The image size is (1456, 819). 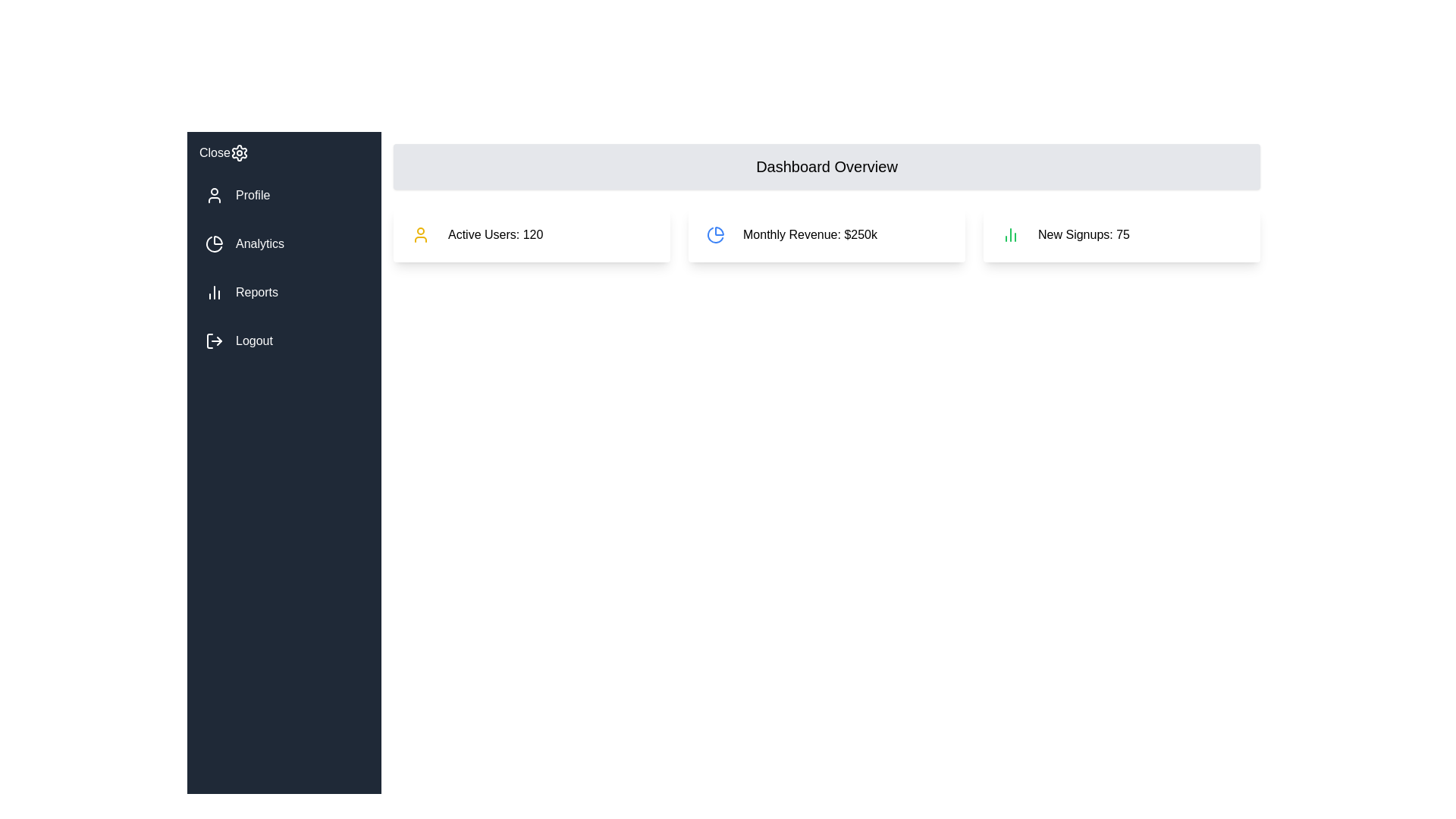 What do you see at coordinates (223, 152) in the screenshot?
I see `the gear icon at the top of the sidebar menu` at bounding box center [223, 152].